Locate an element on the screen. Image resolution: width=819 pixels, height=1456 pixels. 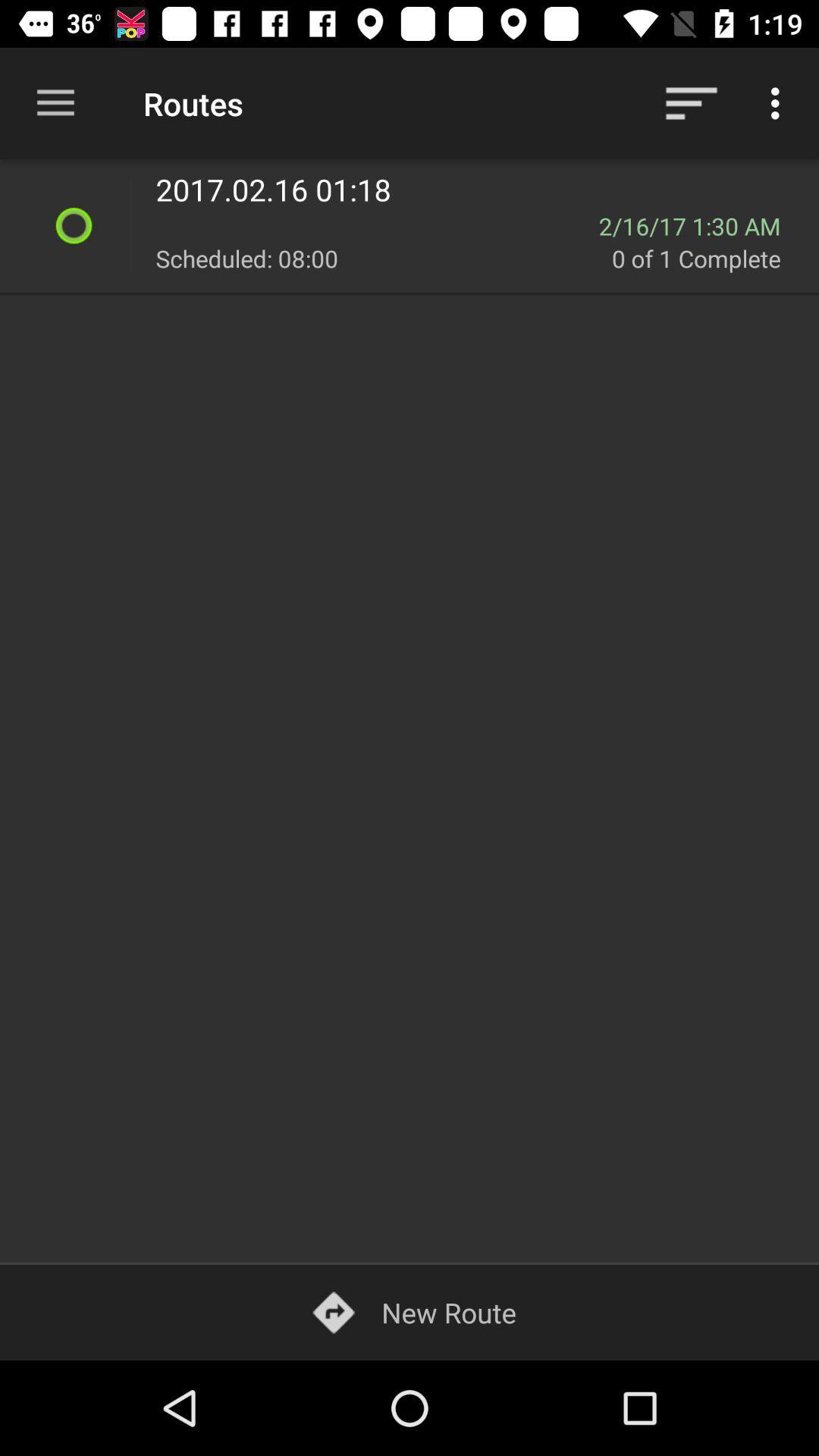
the item to the left of routes item is located at coordinates (55, 102).